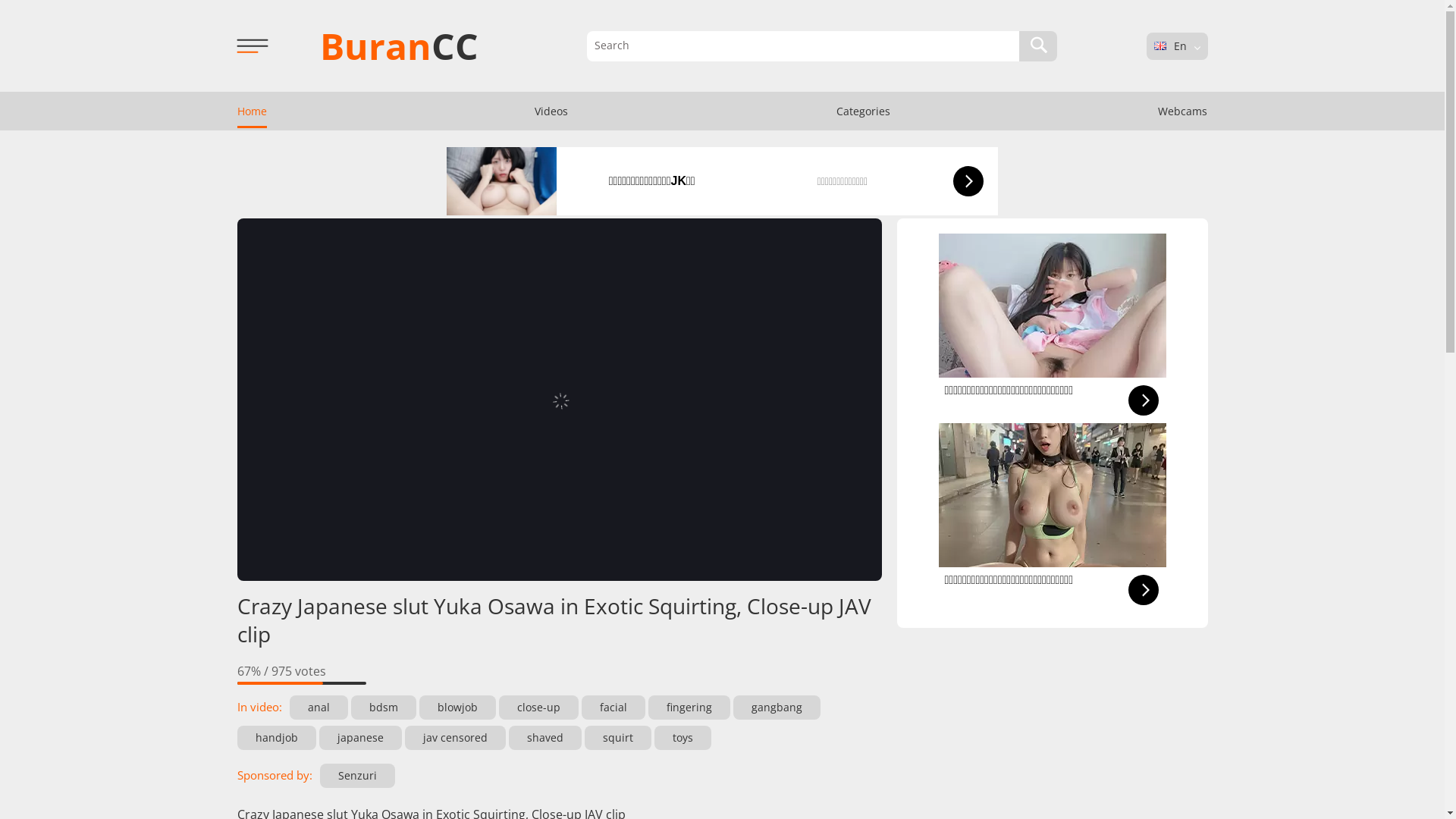  What do you see at coordinates (544, 736) in the screenshot?
I see `'shaved'` at bounding box center [544, 736].